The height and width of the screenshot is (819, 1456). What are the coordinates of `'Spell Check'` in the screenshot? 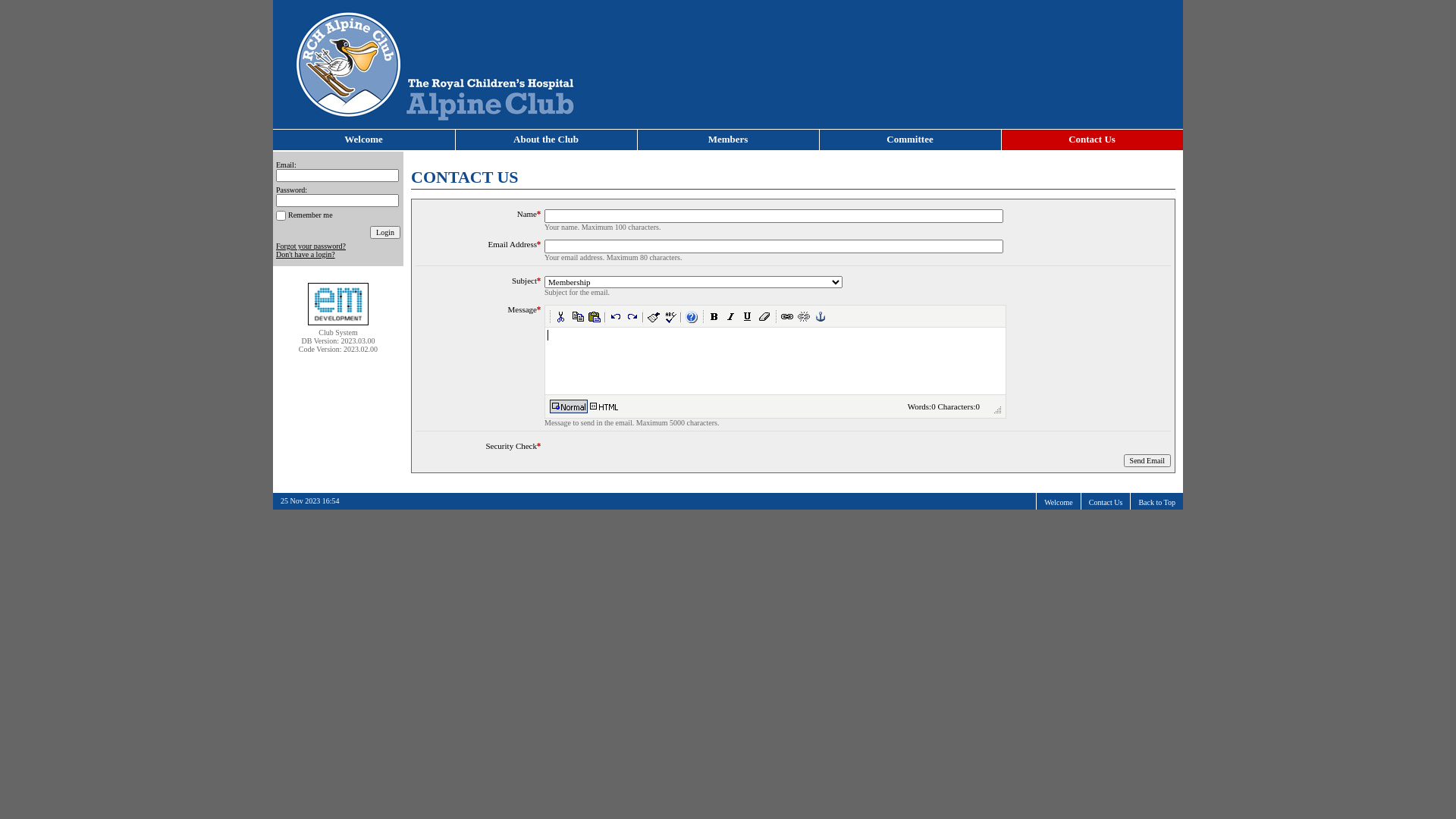 It's located at (669, 315).